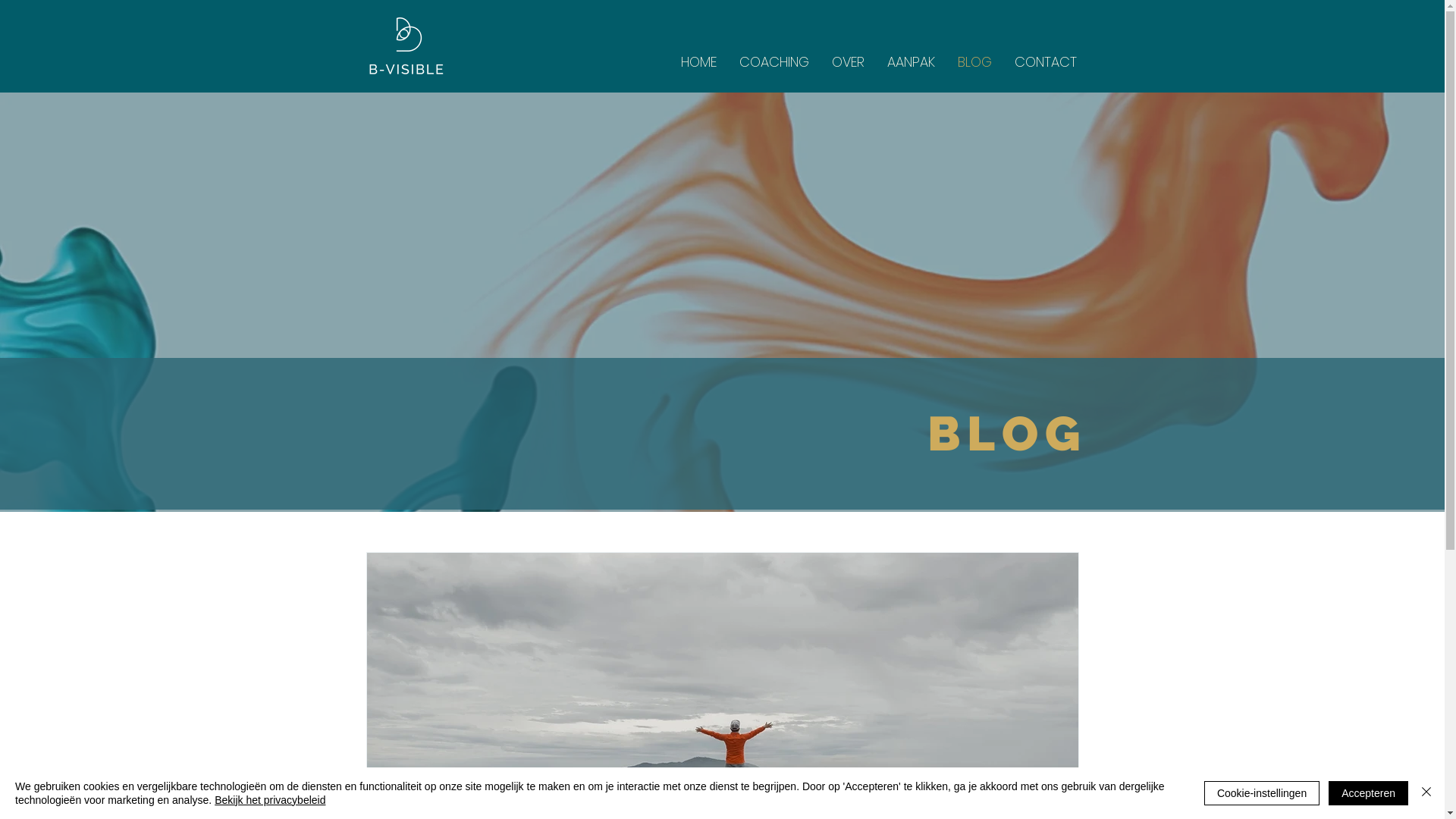 The width and height of the screenshot is (1456, 819). I want to click on 'COACHING', so click(774, 61).